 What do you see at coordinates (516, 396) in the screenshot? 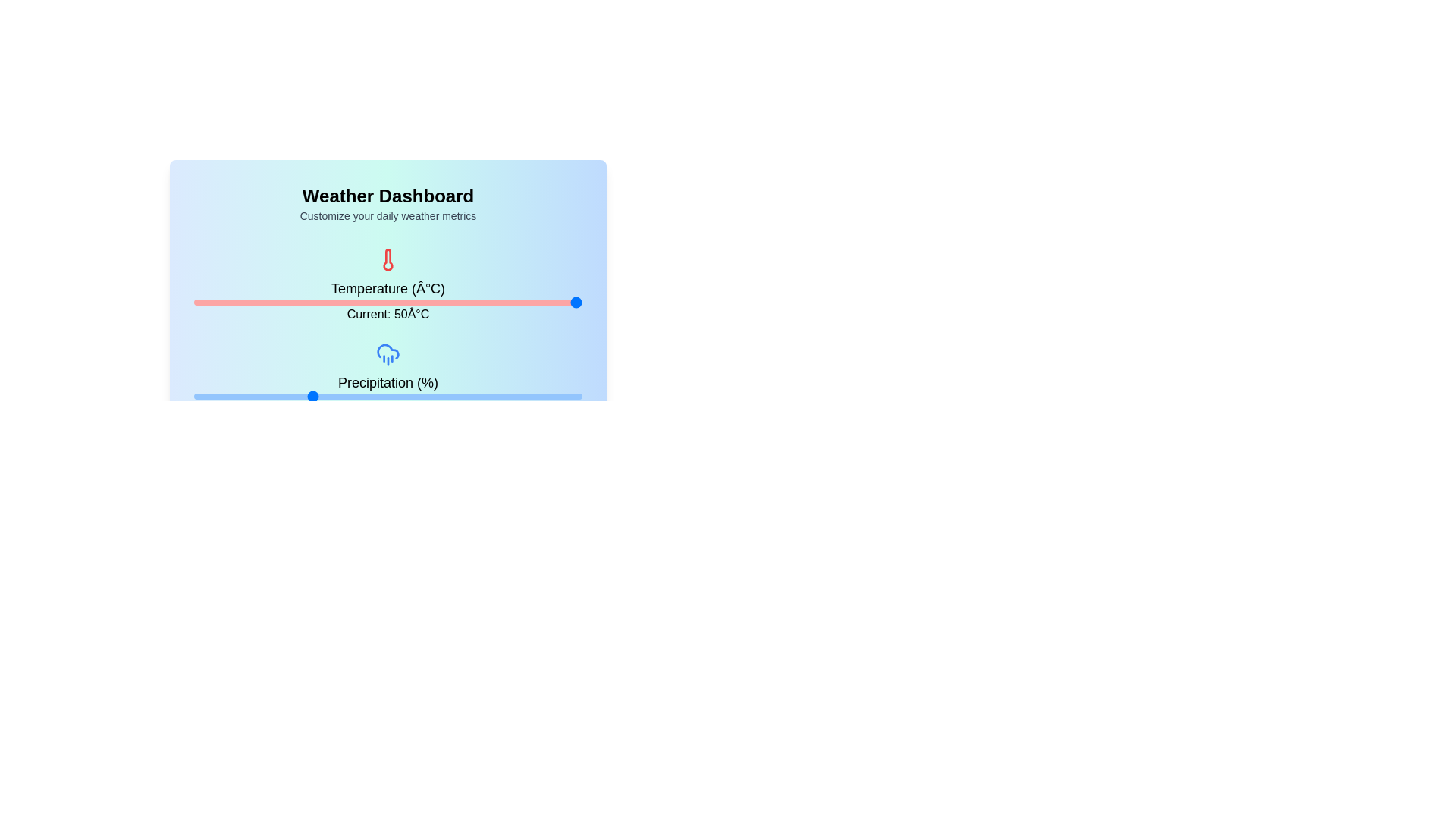
I see `precipitation` at bounding box center [516, 396].